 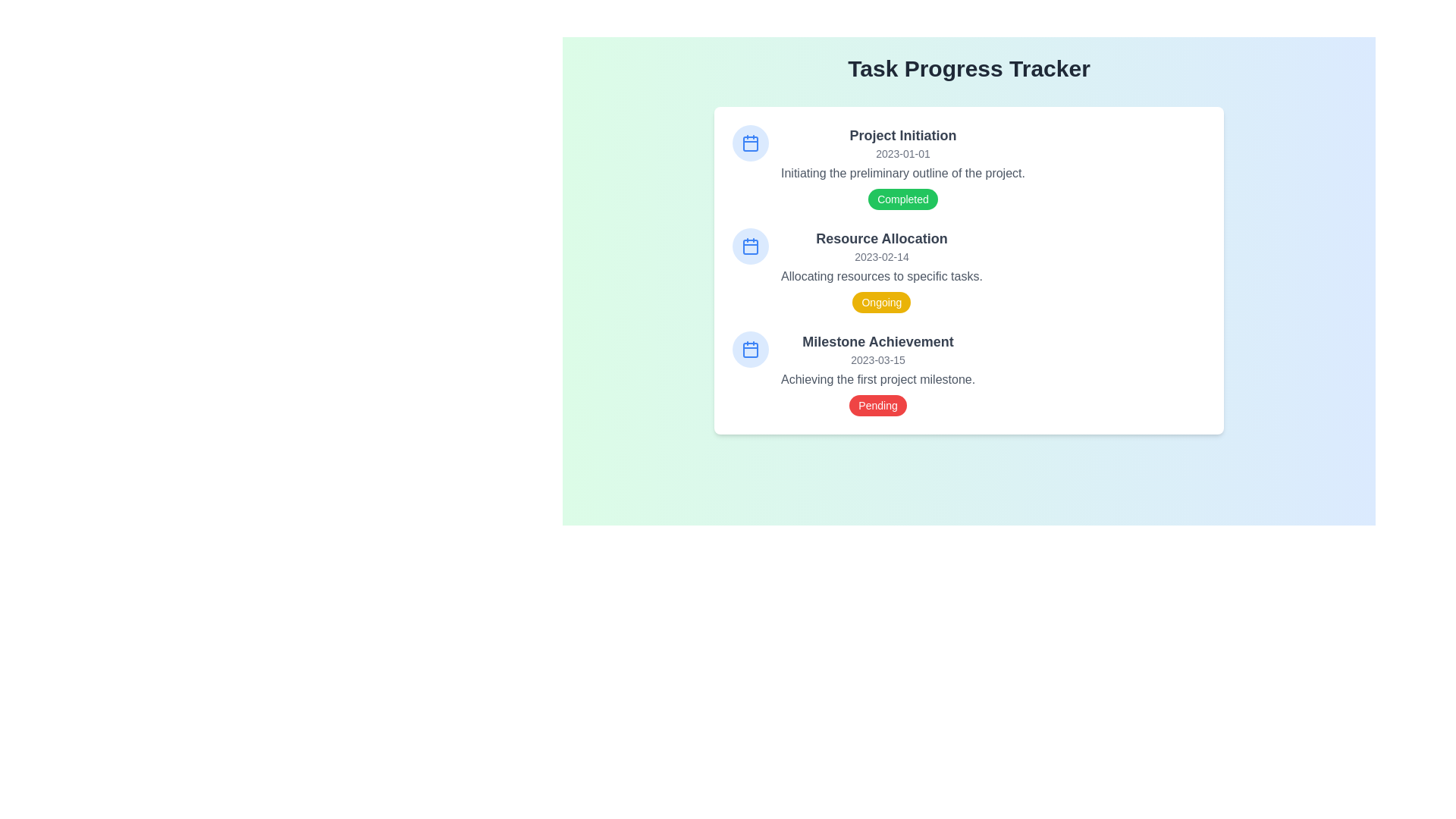 What do you see at coordinates (881, 256) in the screenshot?
I see `the text displaying '2023-02-14' located beneath the 'Resource Allocation' title for accessibility readers` at bounding box center [881, 256].